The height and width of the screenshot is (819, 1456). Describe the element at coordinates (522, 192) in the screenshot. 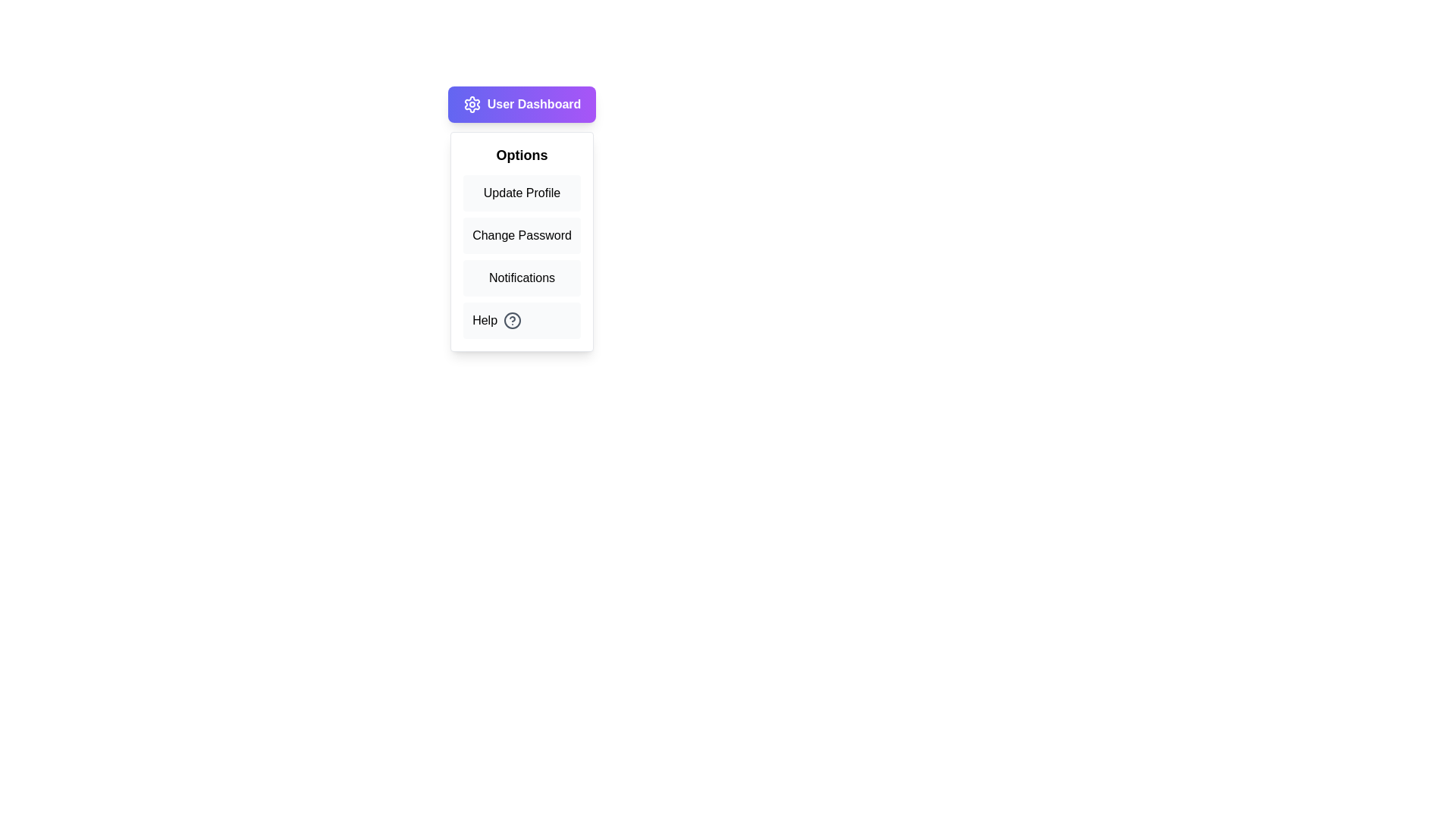

I see `the menu option Update Profile from the User Dashboard Menu` at that location.